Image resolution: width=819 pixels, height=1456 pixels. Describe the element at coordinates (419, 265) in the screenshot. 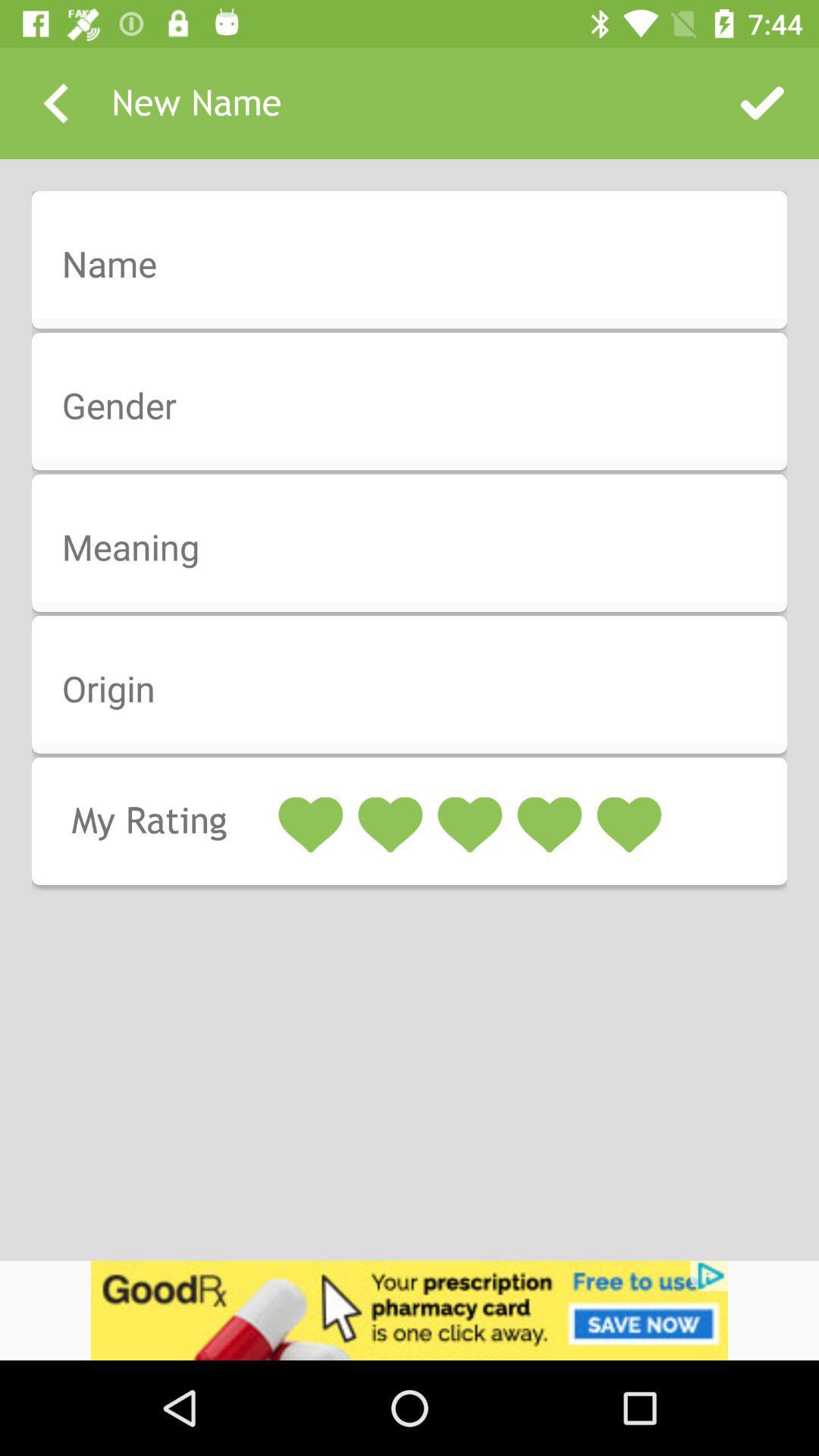

I see `your name` at that location.